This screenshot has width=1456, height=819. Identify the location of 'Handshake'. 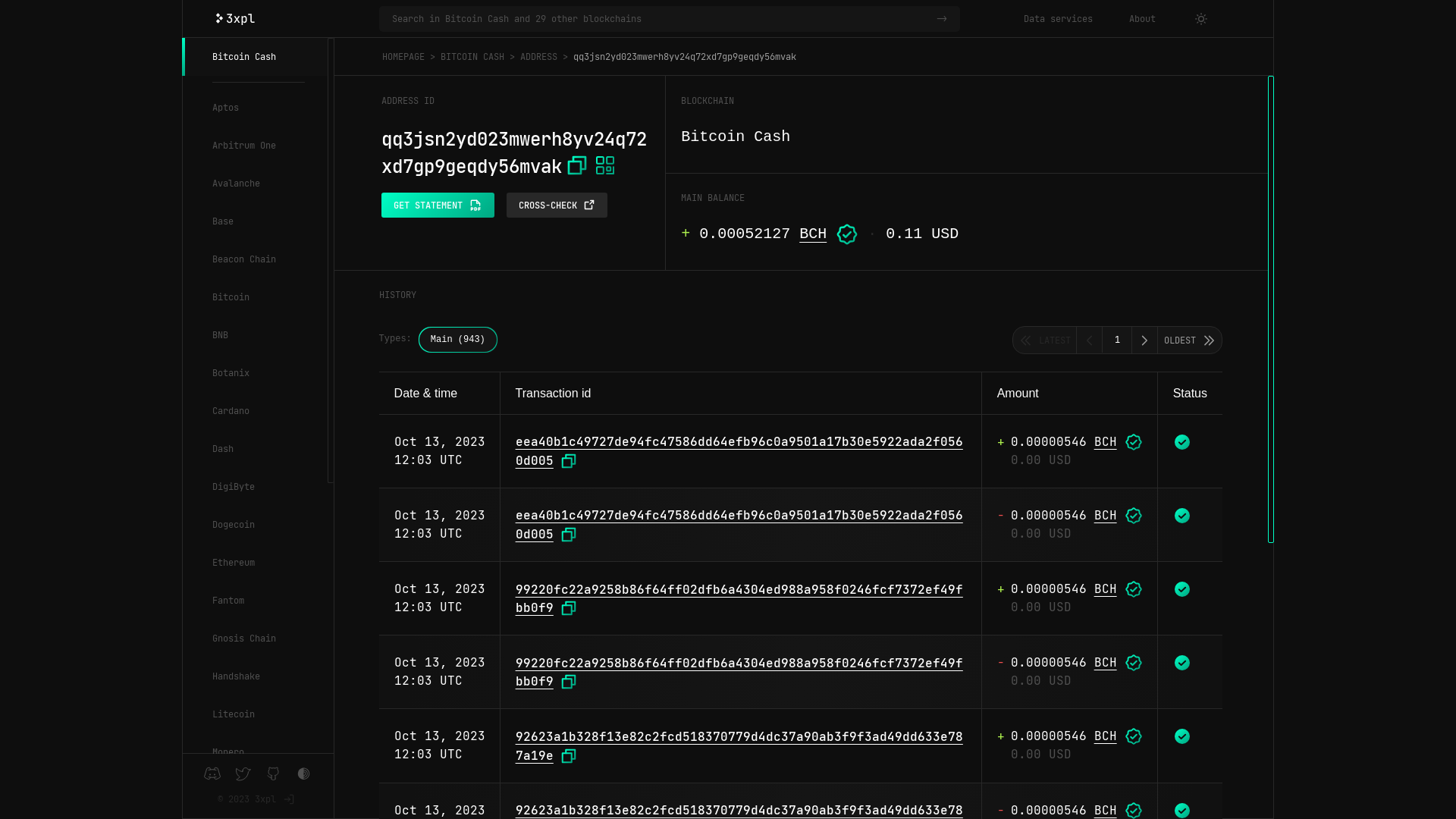
(255, 675).